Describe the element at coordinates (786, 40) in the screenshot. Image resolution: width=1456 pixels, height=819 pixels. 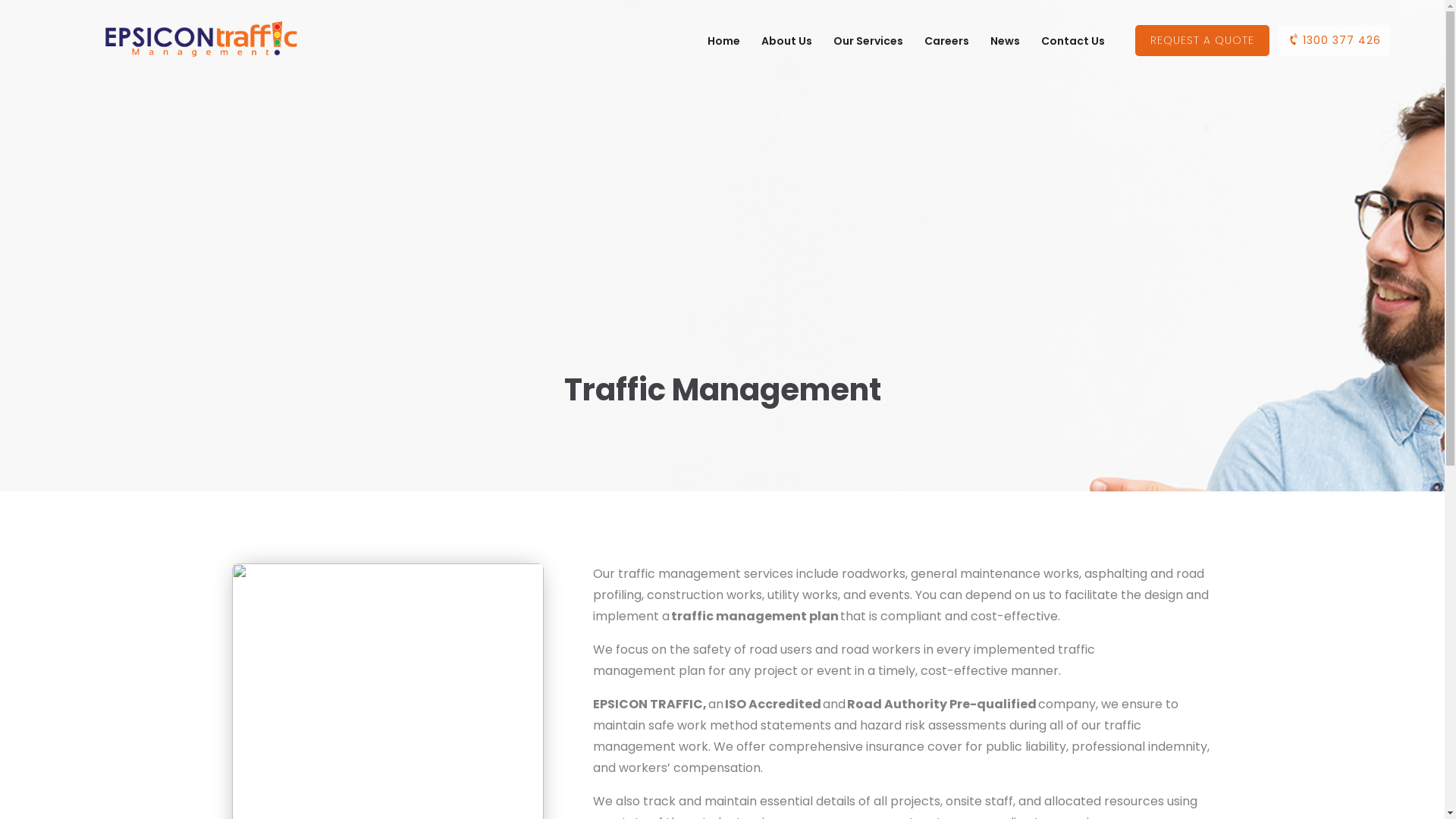
I see `'About Us'` at that location.